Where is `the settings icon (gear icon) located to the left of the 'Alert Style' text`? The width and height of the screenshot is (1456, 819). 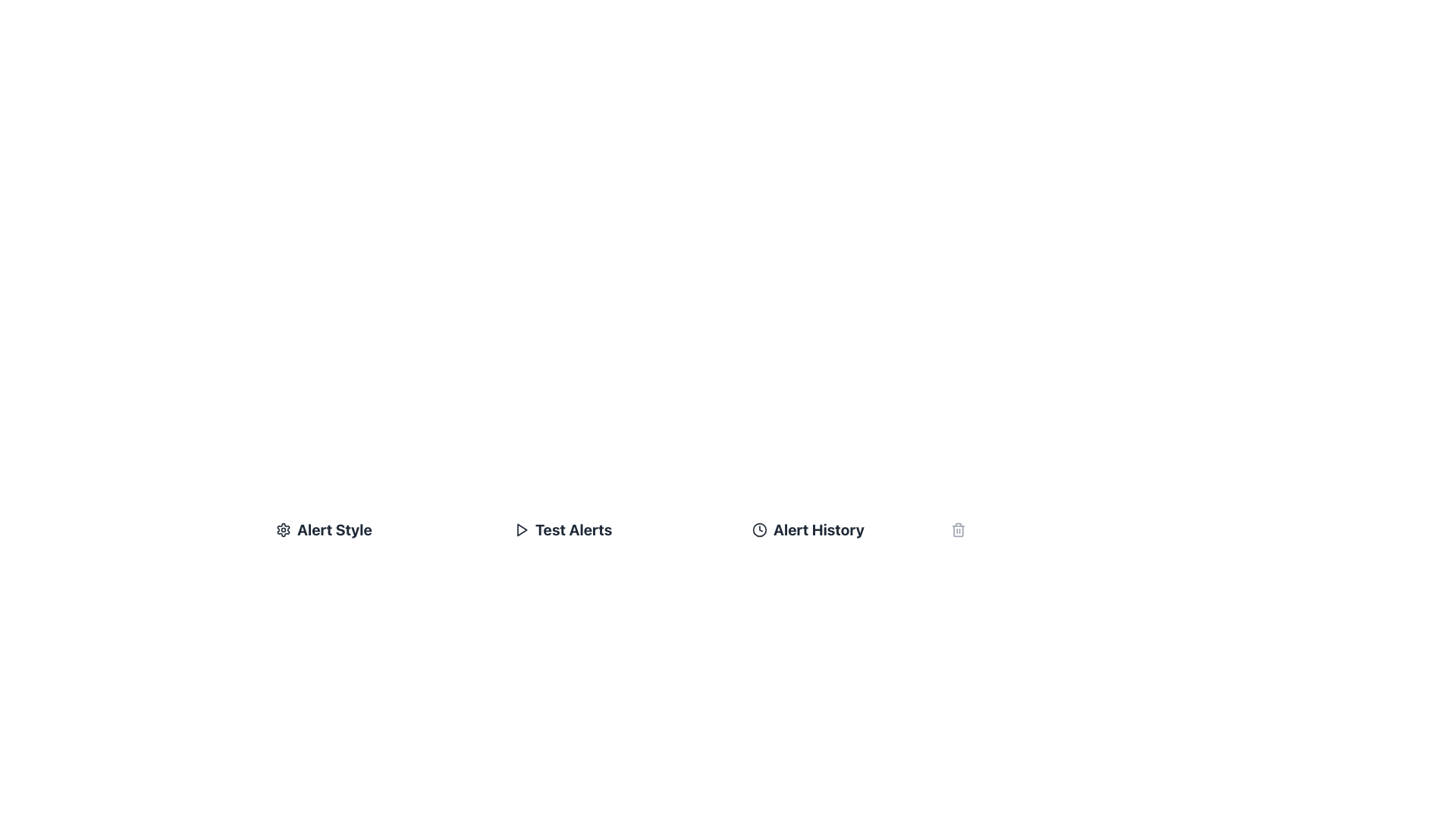
the settings icon (gear icon) located to the left of the 'Alert Style' text is located at coordinates (284, 529).